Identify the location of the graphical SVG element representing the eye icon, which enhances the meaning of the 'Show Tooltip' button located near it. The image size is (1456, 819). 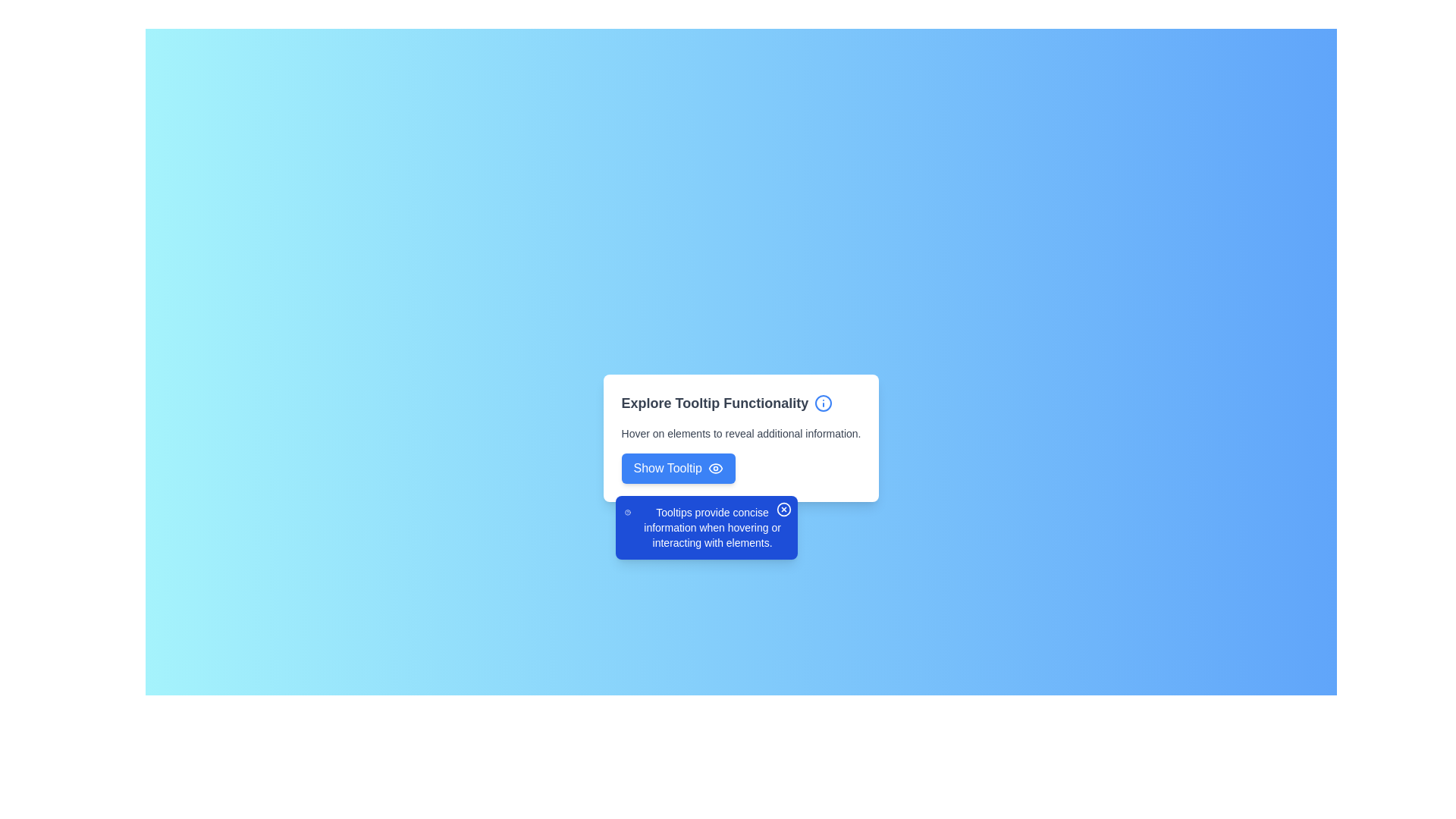
(714, 467).